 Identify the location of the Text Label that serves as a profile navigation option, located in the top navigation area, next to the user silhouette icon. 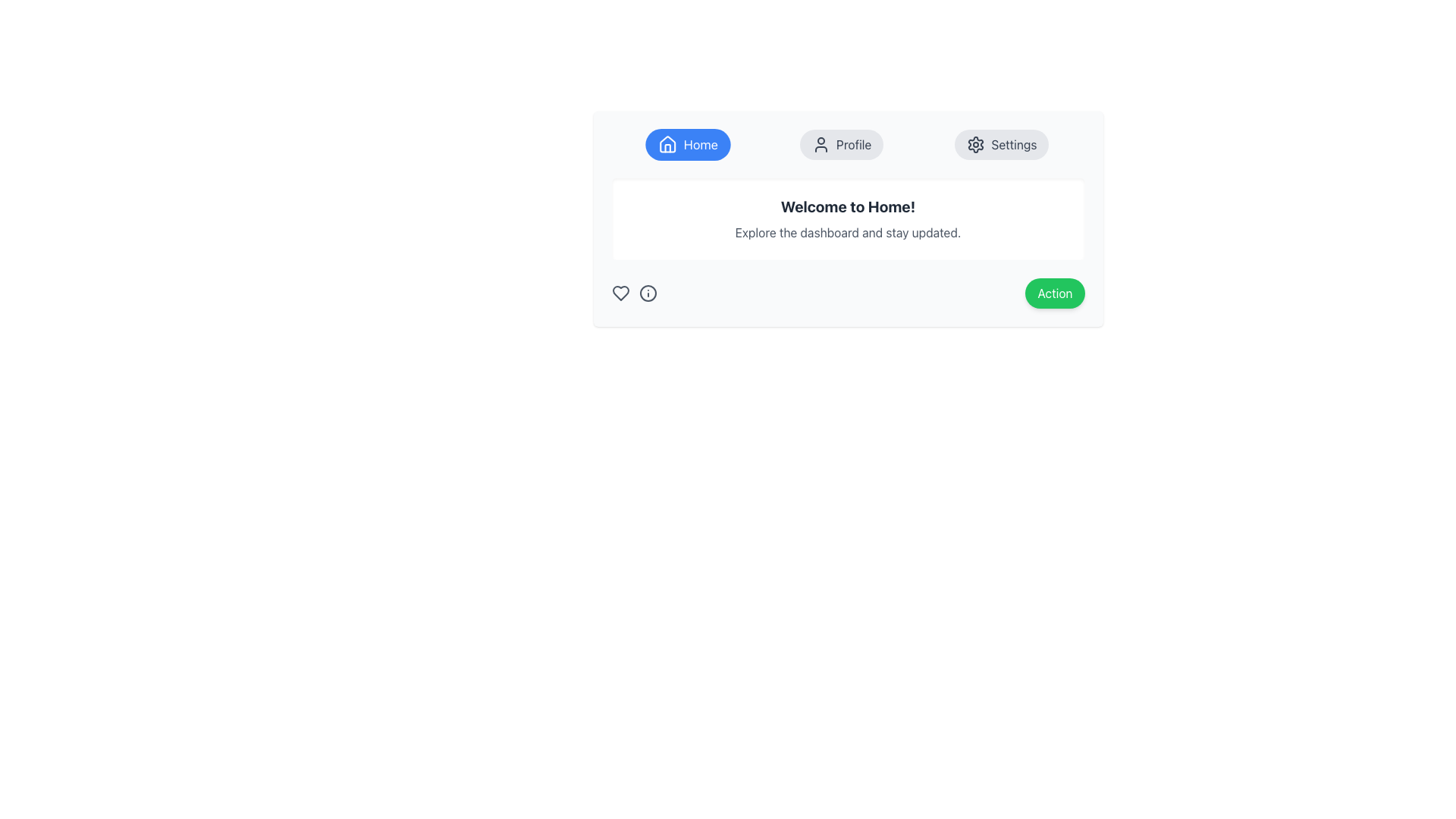
(854, 145).